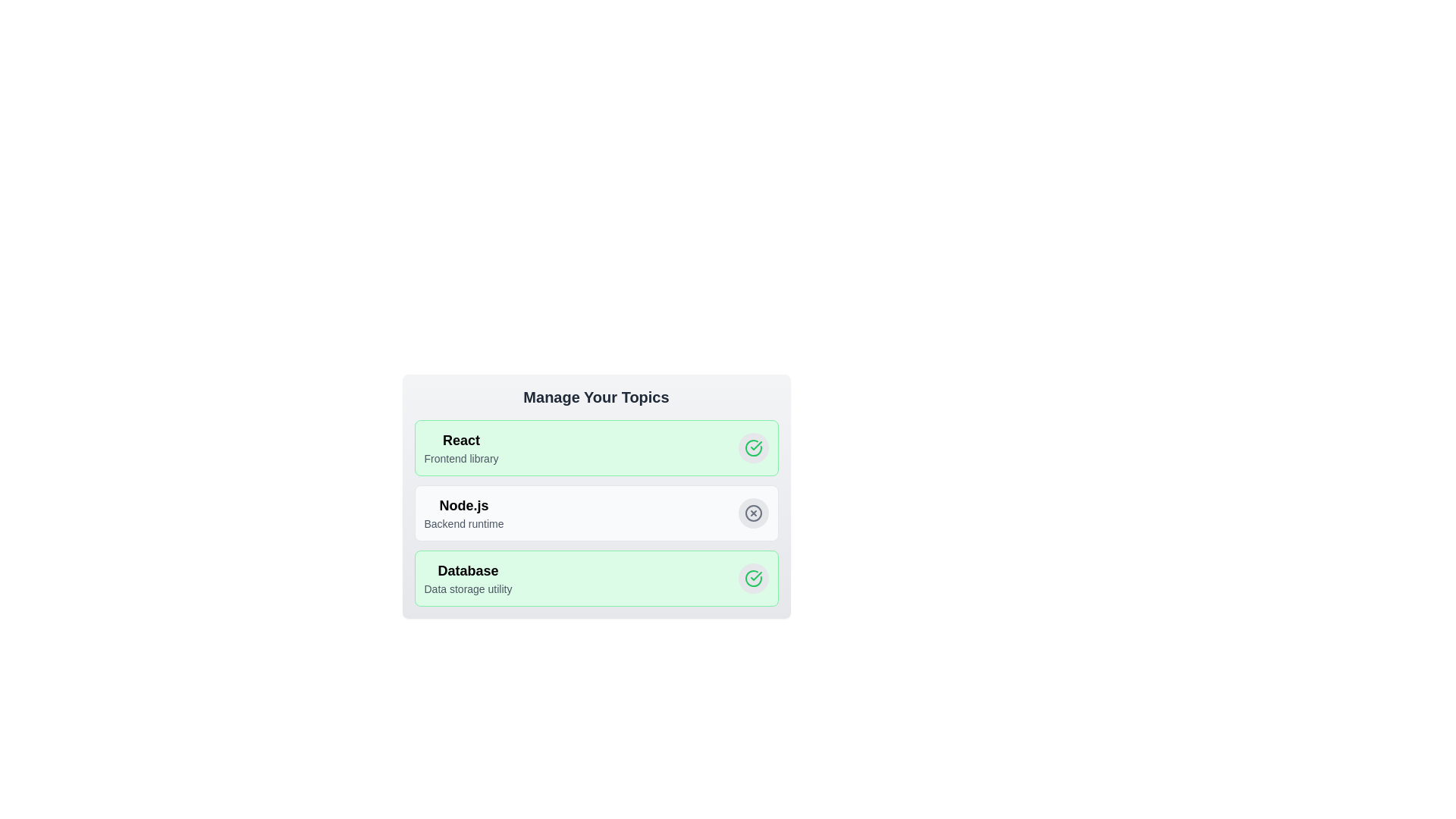 This screenshot has height=819, width=1456. I want to click on the tag labeled Node.js to observe its hover effect, so click(463, 513).